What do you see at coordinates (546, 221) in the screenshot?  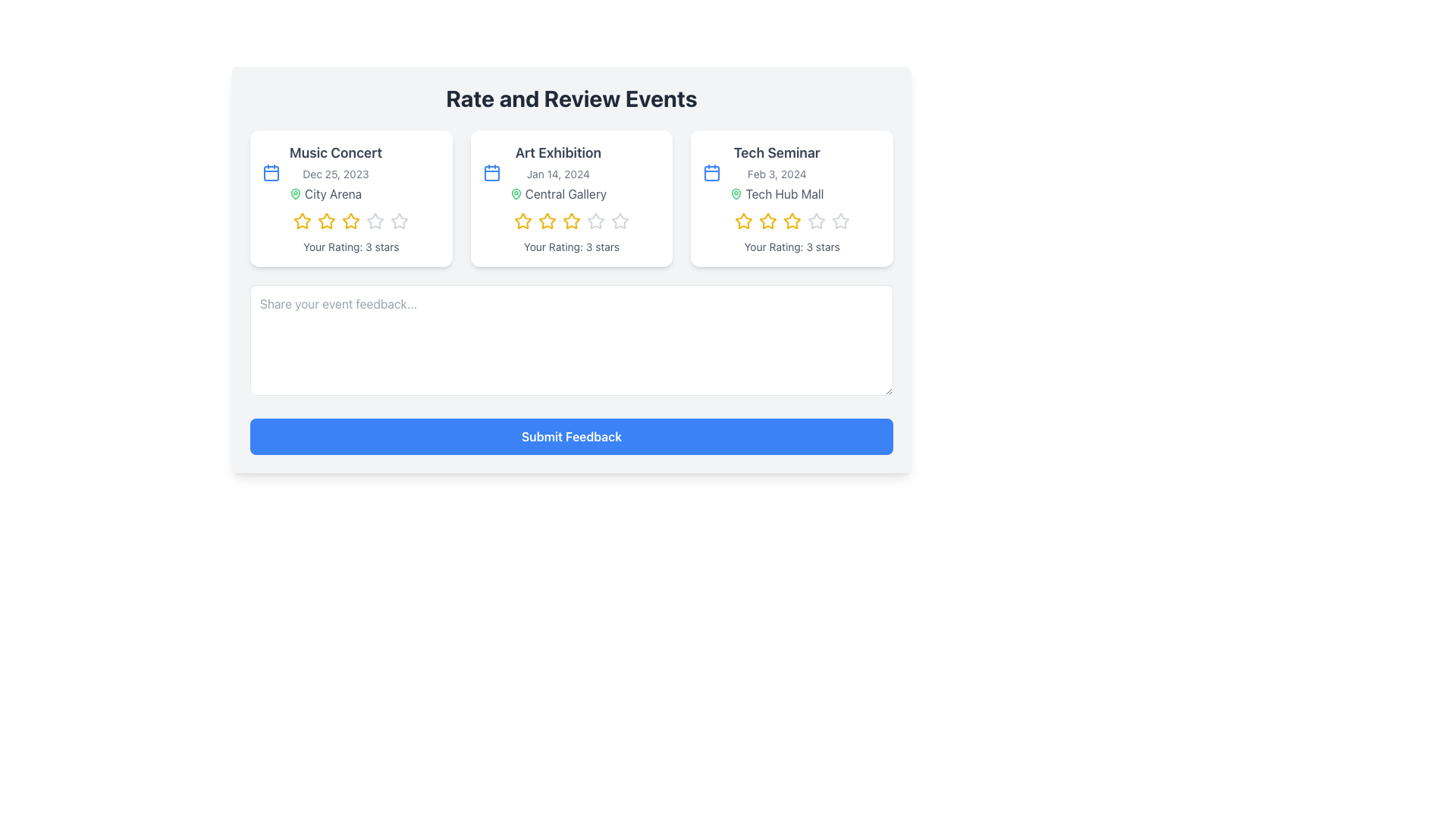 I see `the third star icon to rate the 'Art Exhibition' event` at bounding box center [546, 221].